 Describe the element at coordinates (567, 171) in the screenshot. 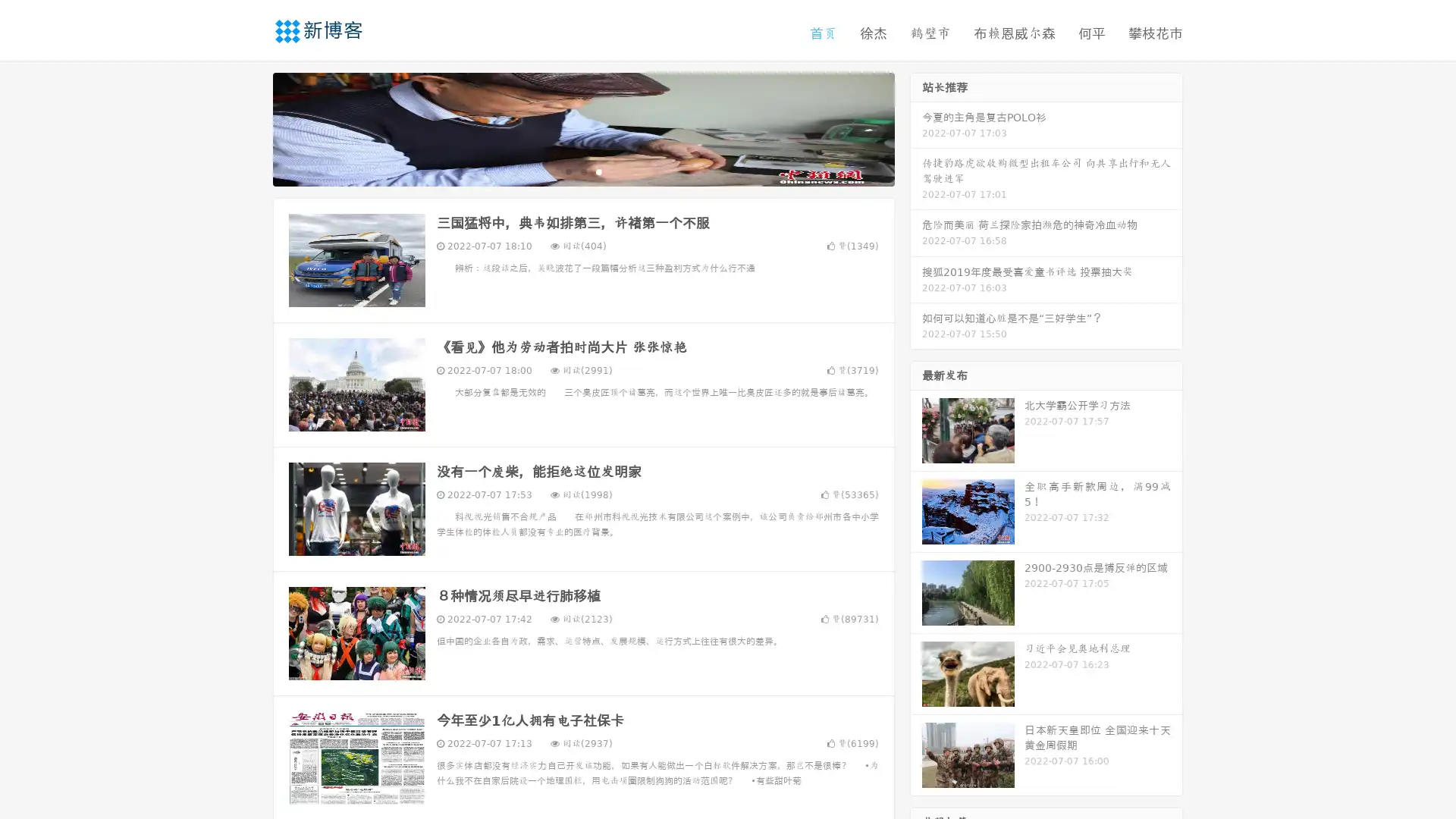

I see `Go to slide 1` at that location.